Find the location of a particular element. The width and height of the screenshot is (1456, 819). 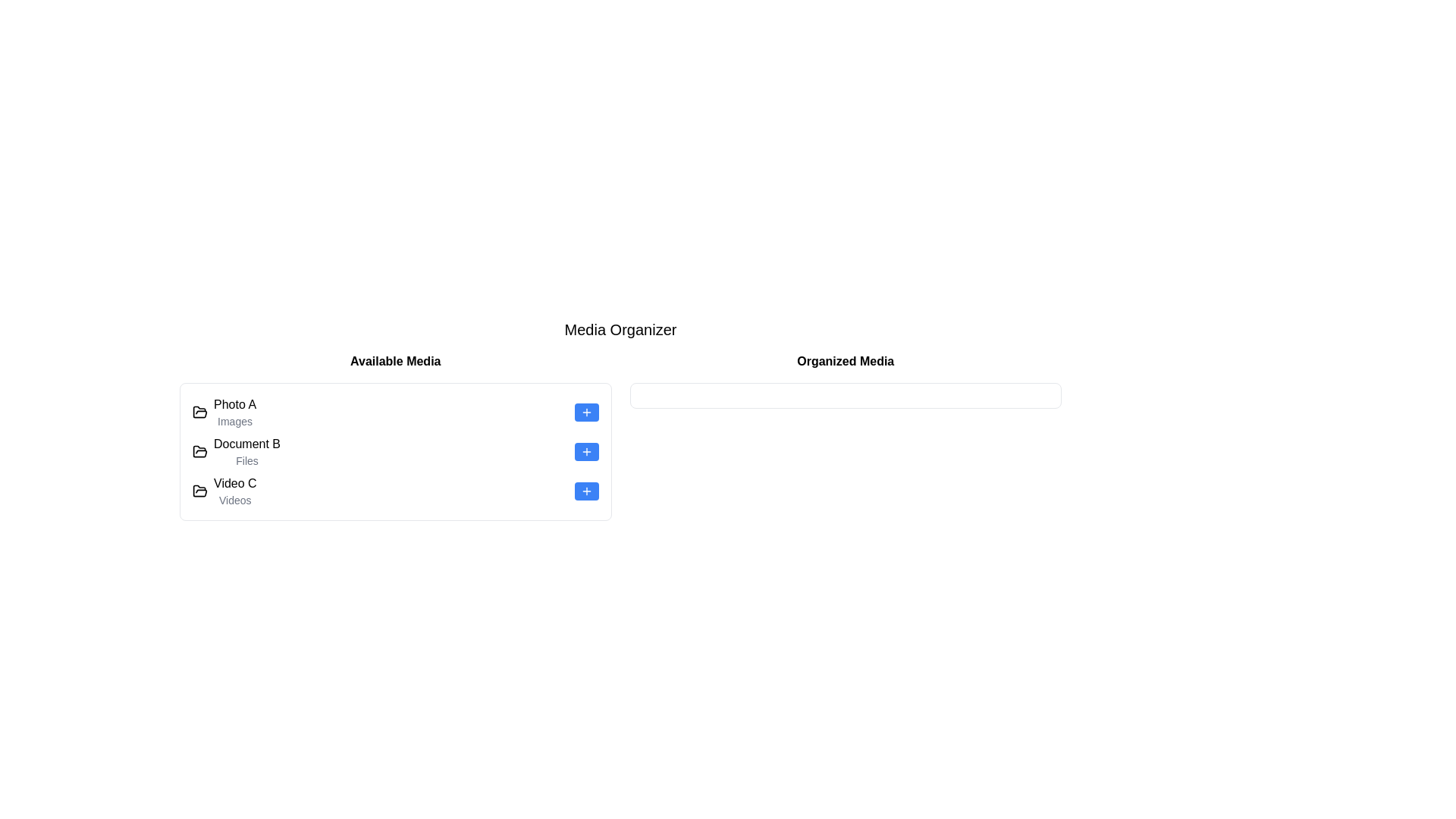

the text label 'Photo A' which is in bold and located in the 'Available Media' section, next to the folder icon is located at coordinates (234, 412).